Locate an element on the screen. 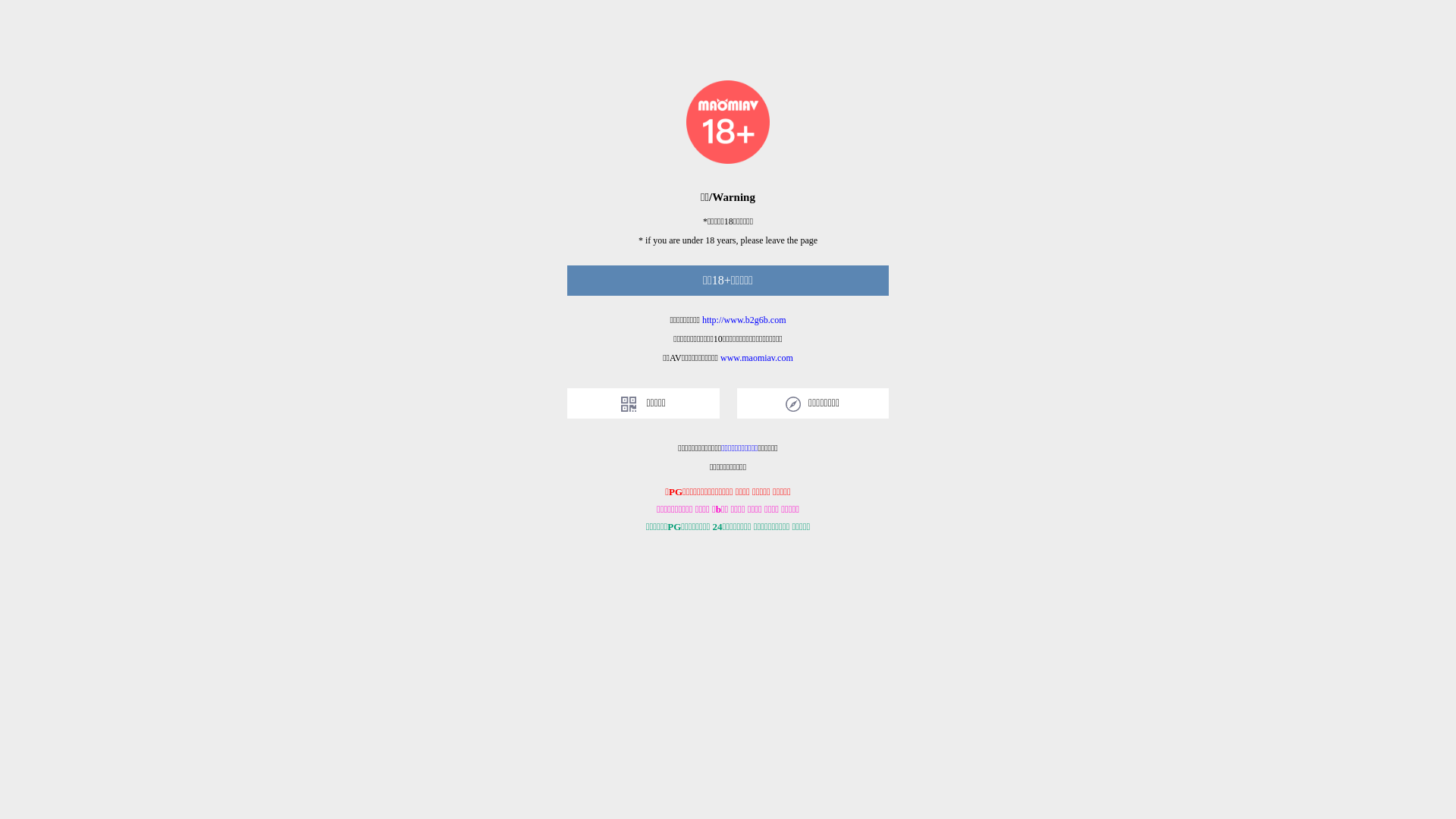 The width and height of the screenshot is (1456, 819). 'http://www.b2g6b.com' is located at coordinates (701, 318).